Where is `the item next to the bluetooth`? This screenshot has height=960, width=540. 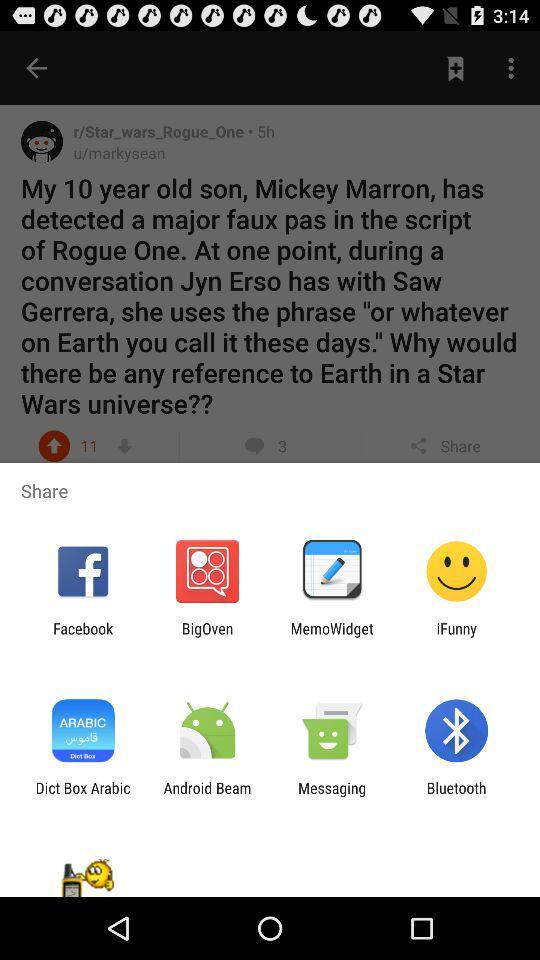
the item next to the bluetooth is located at coordinates (332, 796).